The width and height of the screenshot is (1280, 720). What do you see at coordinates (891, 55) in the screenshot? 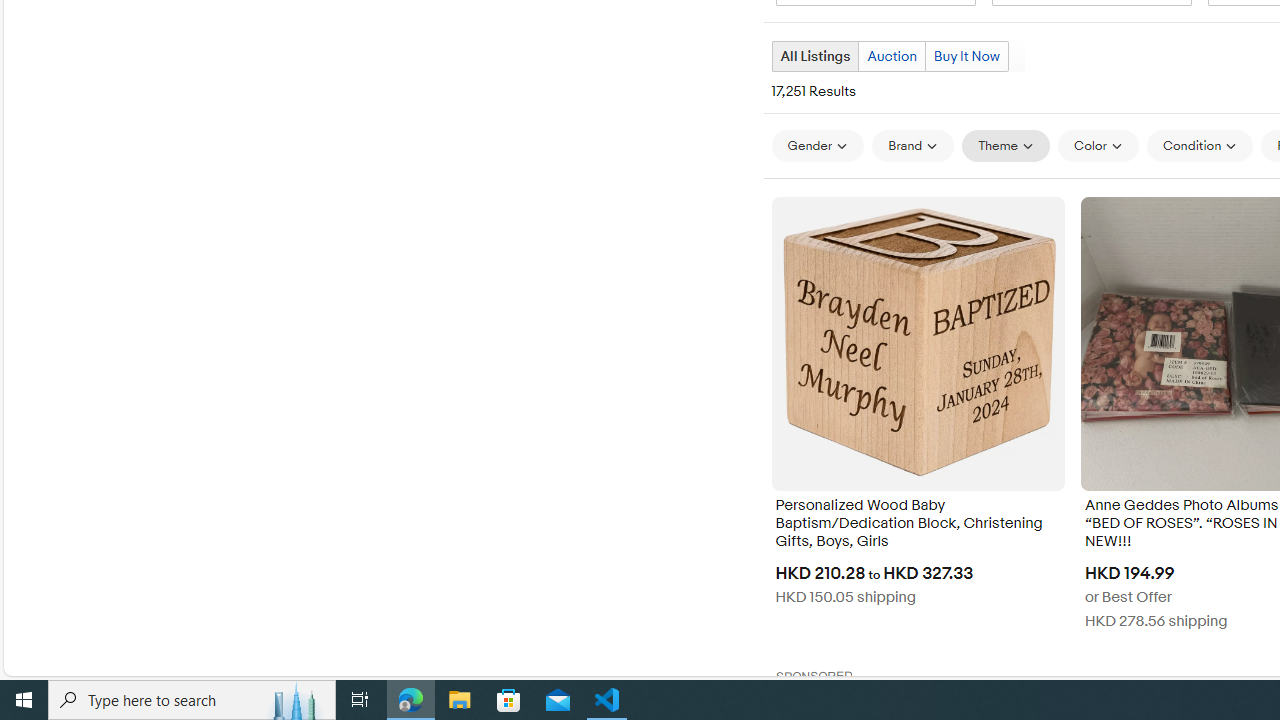
I see `'Auction'` at bounding box center [891, 55].